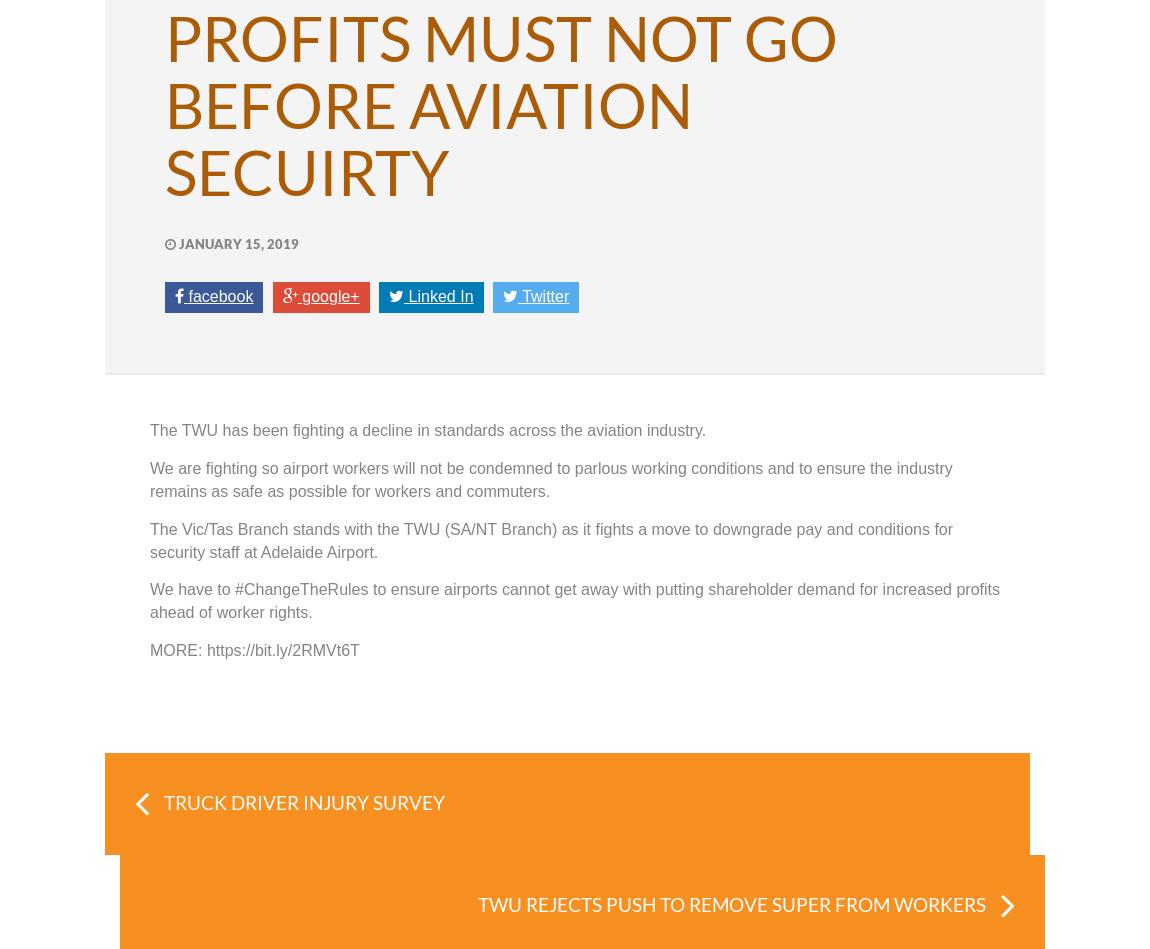  I want to click on 'TRUCK DRIVER INJURY SURVEY', so click(304, 801).